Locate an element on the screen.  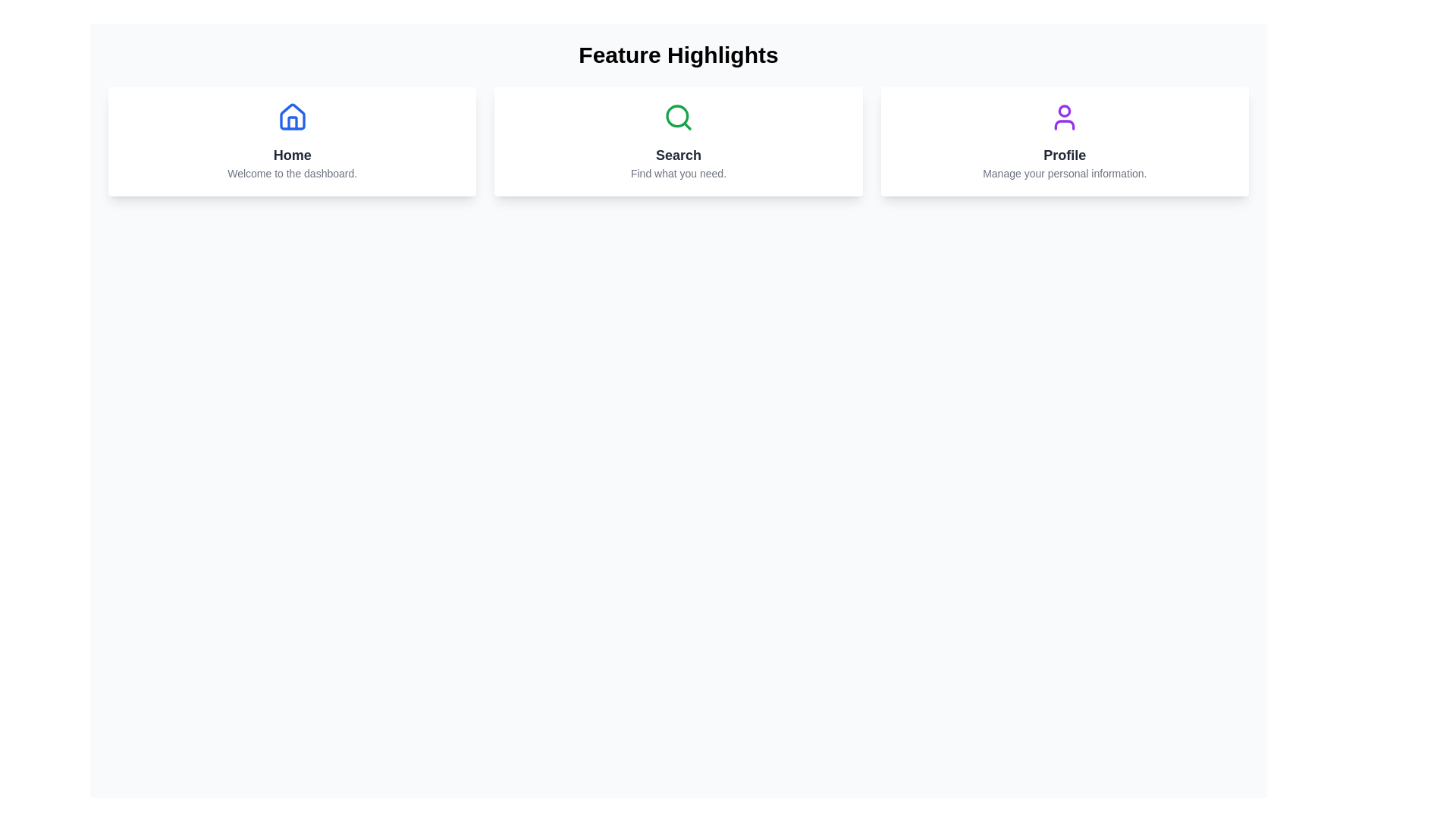
the Header text located at the top of the interface, which indicates the section showcasing feature highlights is located at coordinates (677, 55).